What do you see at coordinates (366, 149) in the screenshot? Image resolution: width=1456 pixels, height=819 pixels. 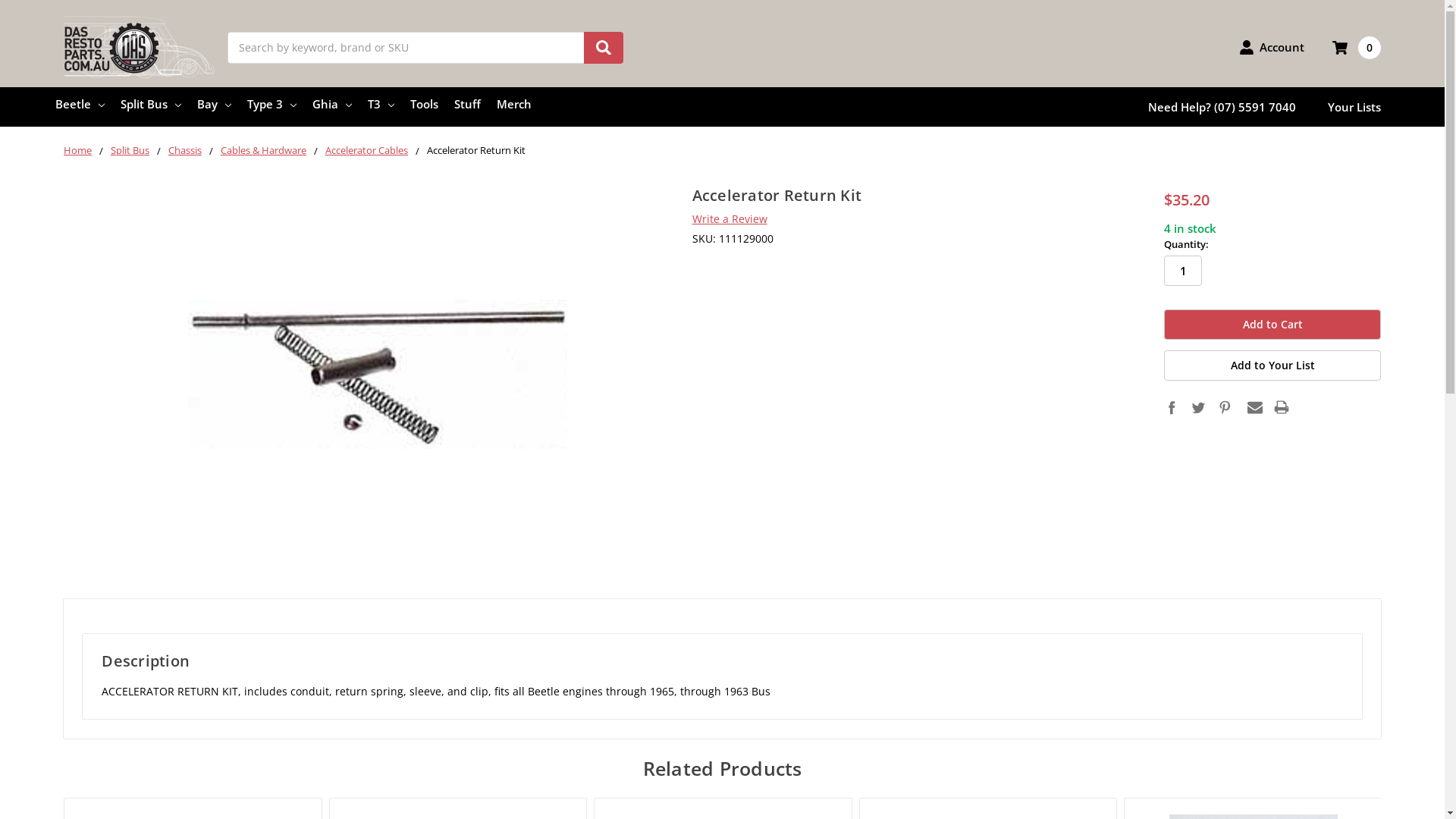 I see `'Accelerator Cables'` at bounding box center [366, 149].